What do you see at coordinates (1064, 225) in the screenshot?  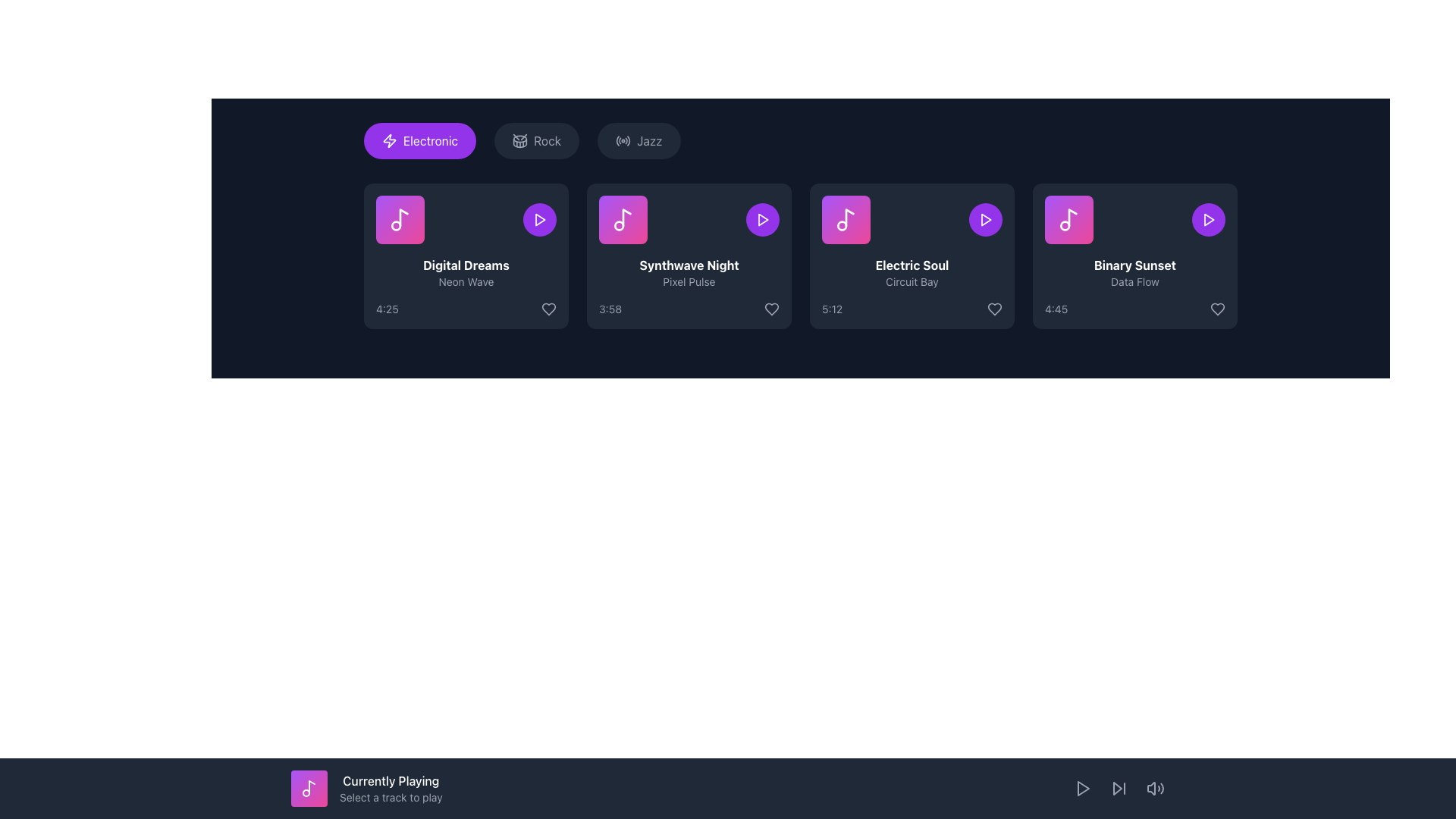 I see `the small circular component located near the bottom of the music note icon within the 'Binary Sunset' card` at bounding box center [1064, 225].